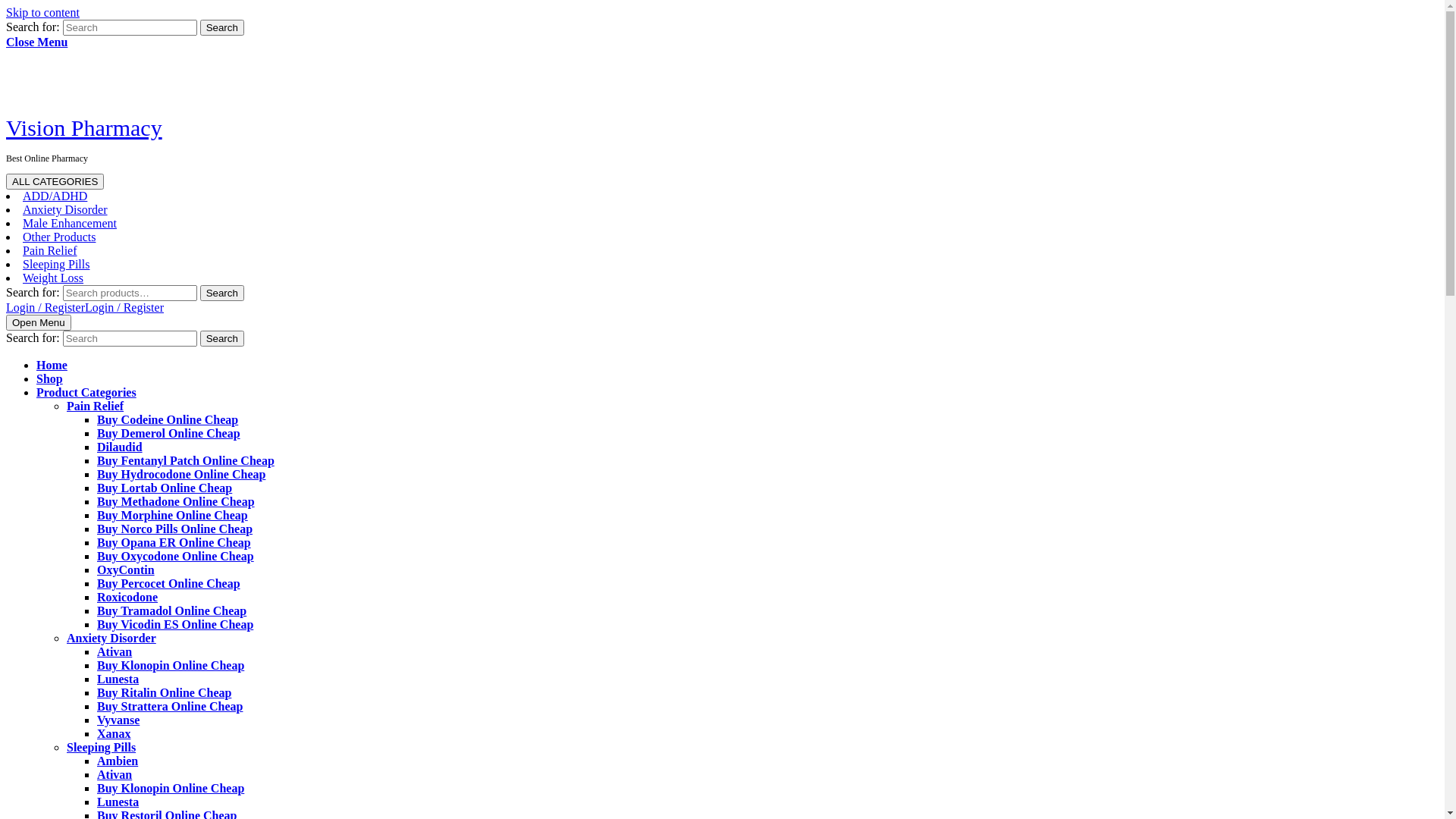  Describe the element at coordinates (96, 433) in the screenshot. I see `'Buy Demerol Online Cheap'` at that location.